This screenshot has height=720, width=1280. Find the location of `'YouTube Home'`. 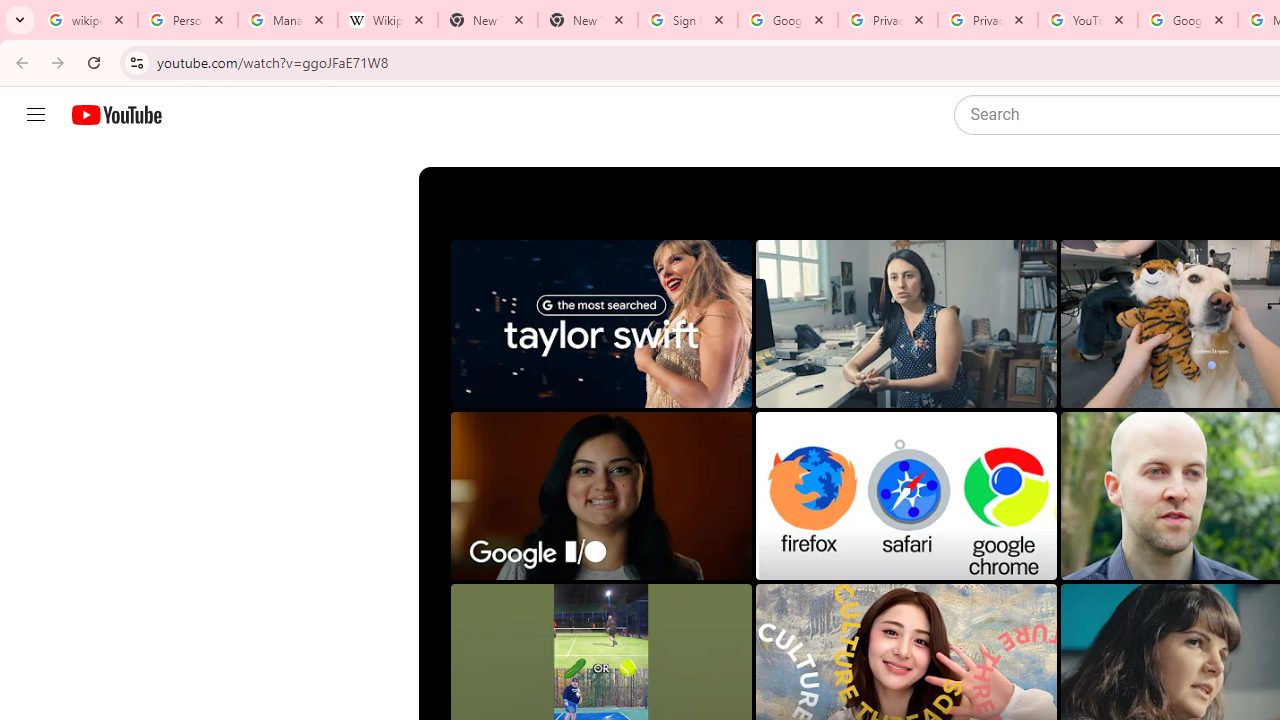

'YouTube Home' is located at coordinates (115, 115).